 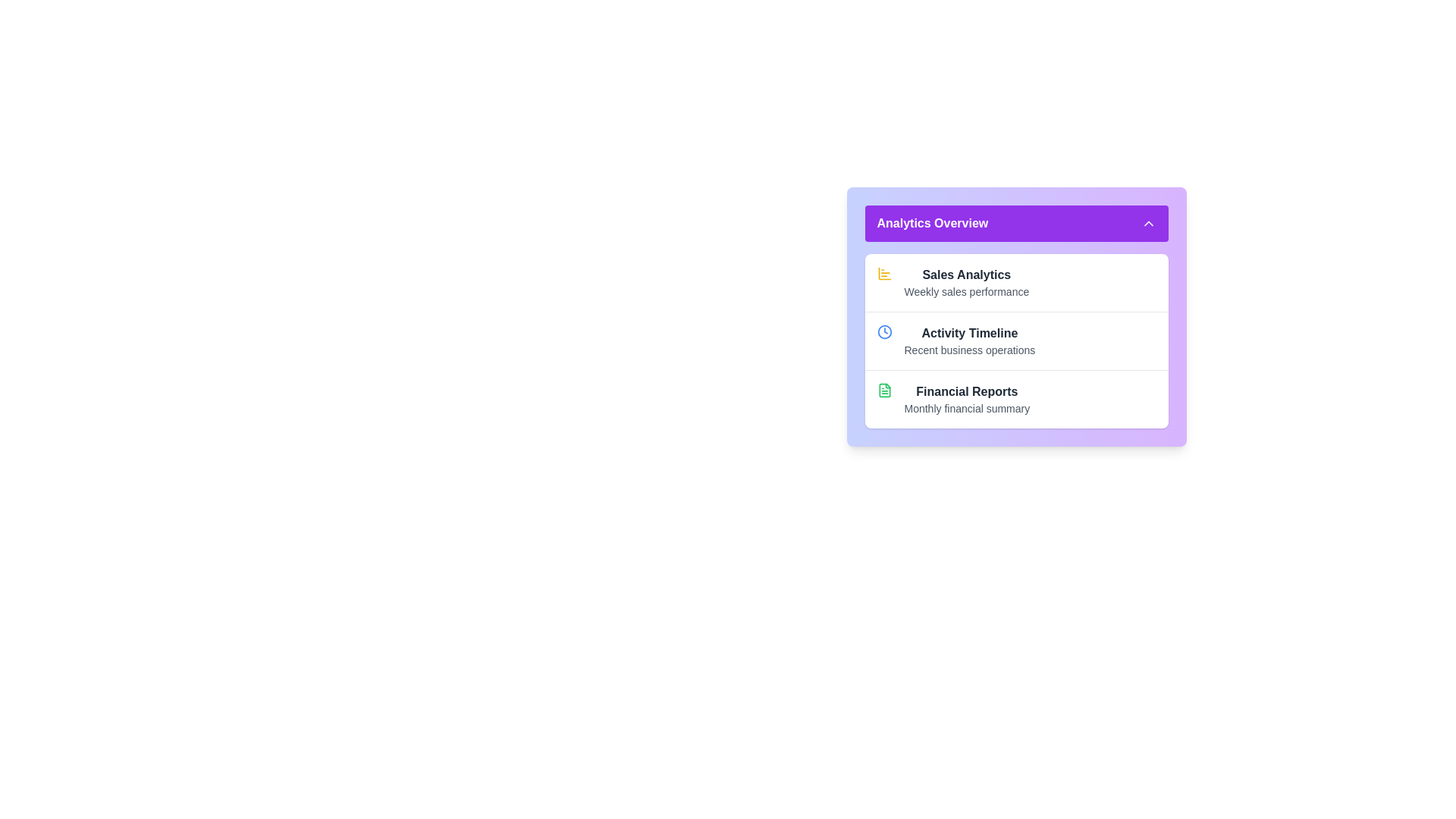 I want to click on the 'Sales Analytics' text label, which is styled with a bold dark gray font and positioned at the top of the list under the purple header 'Analytics Overview', so click(x=965, y=275).